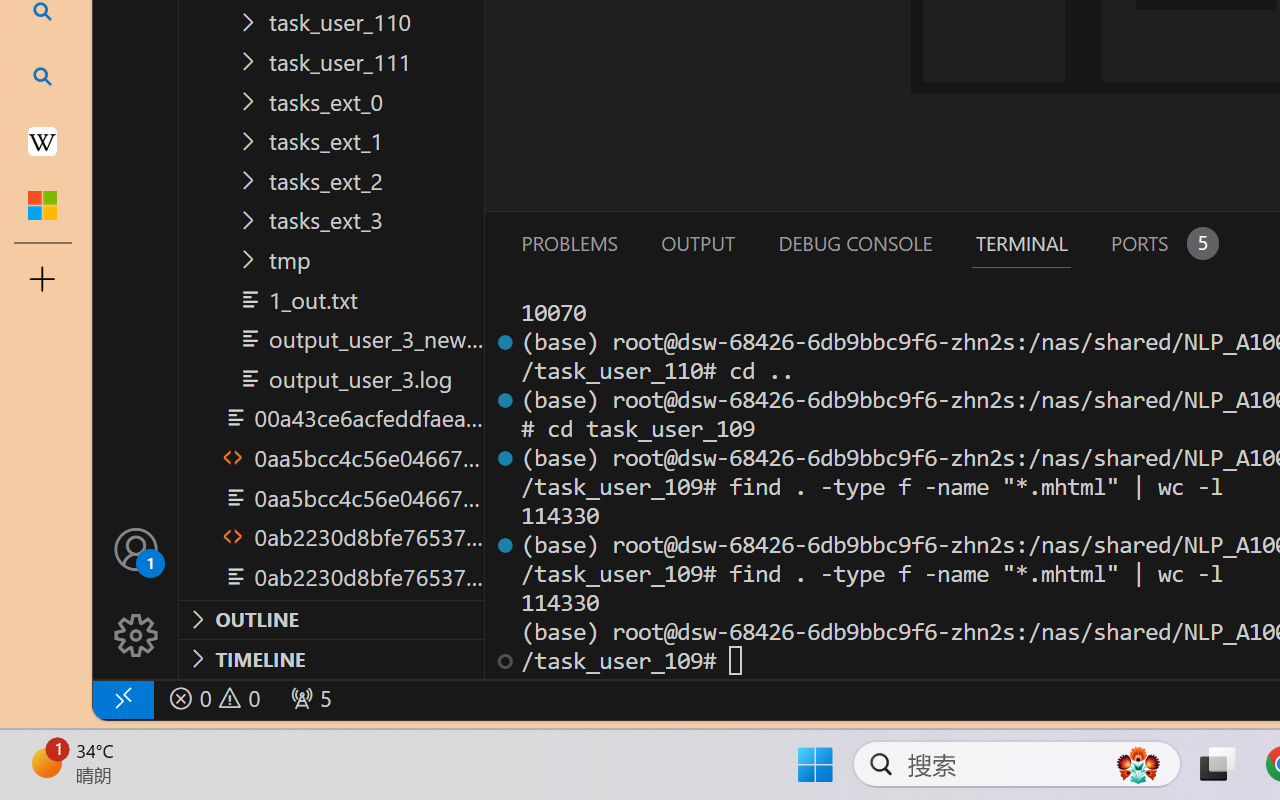 The height and width of the screenshot is (800, 1280). I want to click on 'remote', so click(121, 698).